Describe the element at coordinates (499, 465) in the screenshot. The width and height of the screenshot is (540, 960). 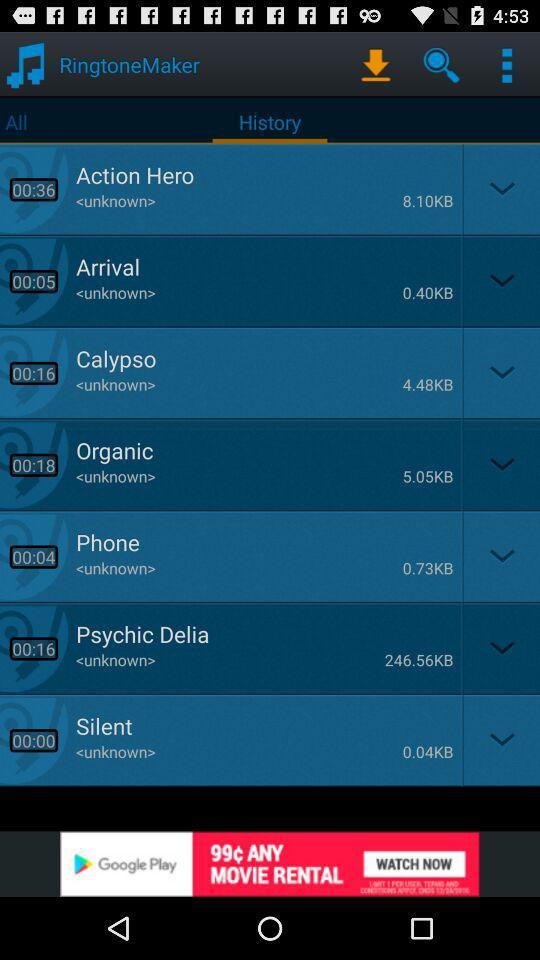
I see `drop down button right to organic` at that location.